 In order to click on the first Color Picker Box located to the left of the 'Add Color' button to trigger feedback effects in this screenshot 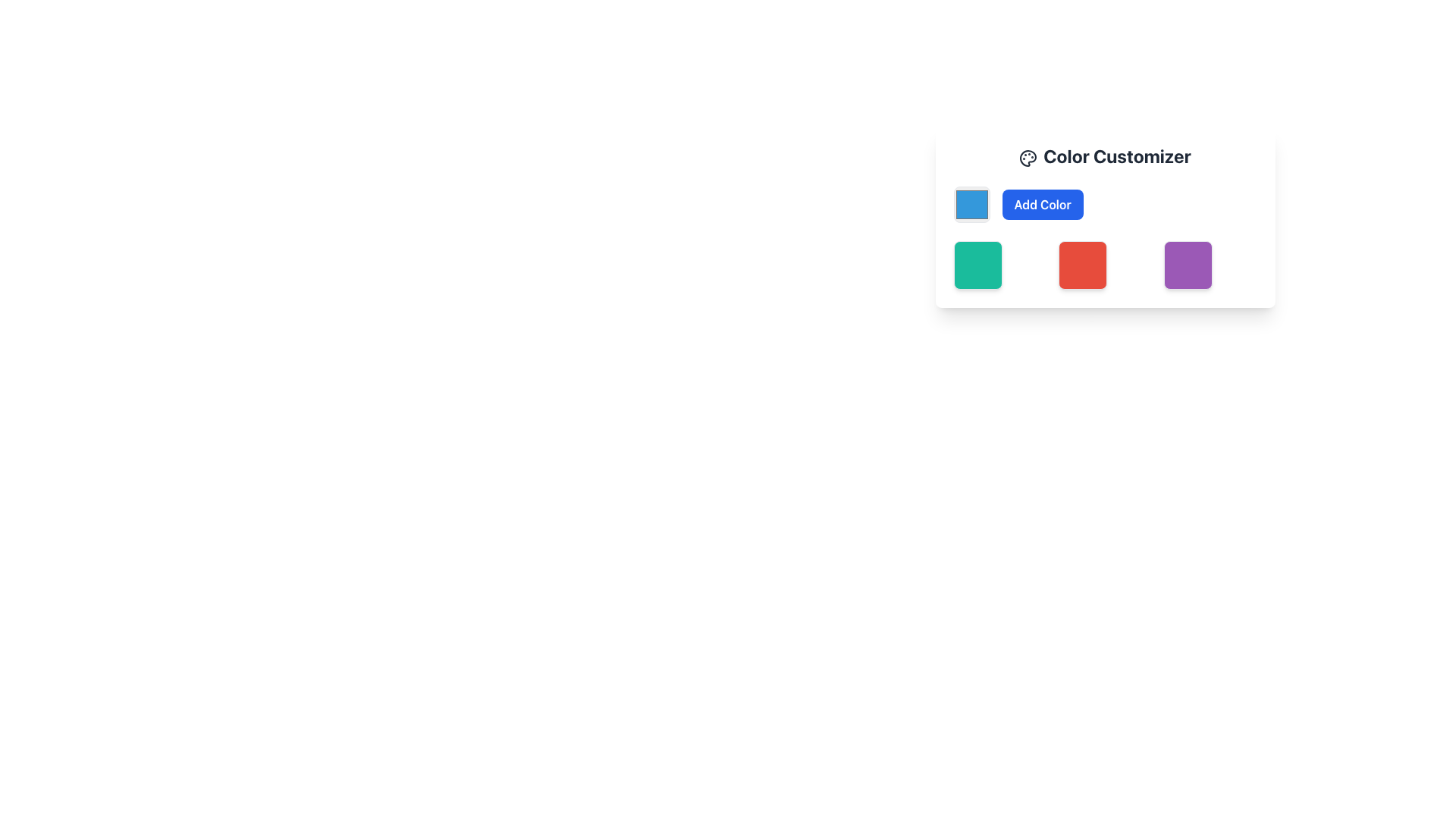, I will do `click(971, 205)`.